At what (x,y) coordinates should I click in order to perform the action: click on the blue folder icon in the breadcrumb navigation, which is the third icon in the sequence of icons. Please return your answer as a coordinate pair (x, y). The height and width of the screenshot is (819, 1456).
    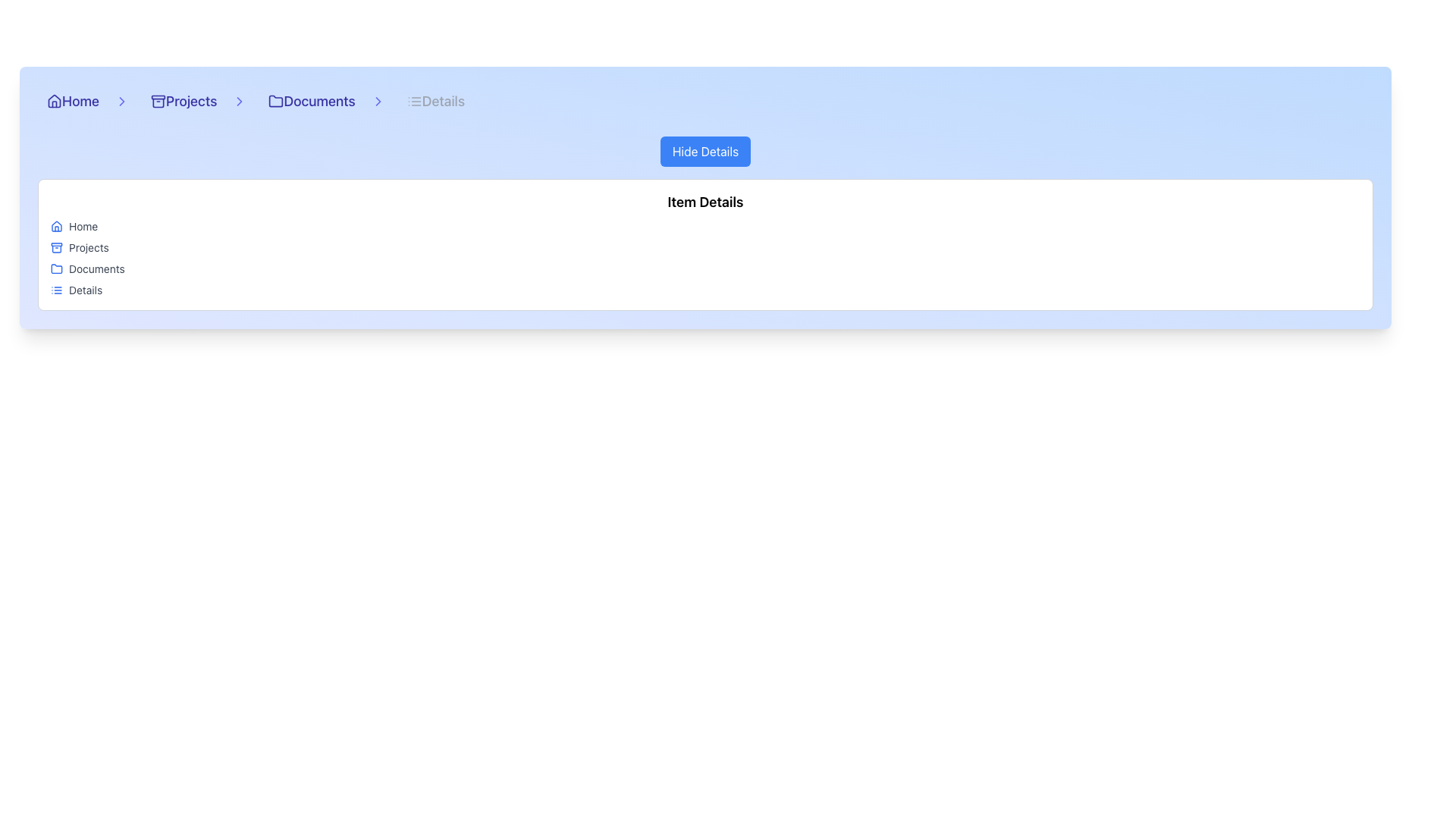
    Looking at the image, I should click on (57, 268).